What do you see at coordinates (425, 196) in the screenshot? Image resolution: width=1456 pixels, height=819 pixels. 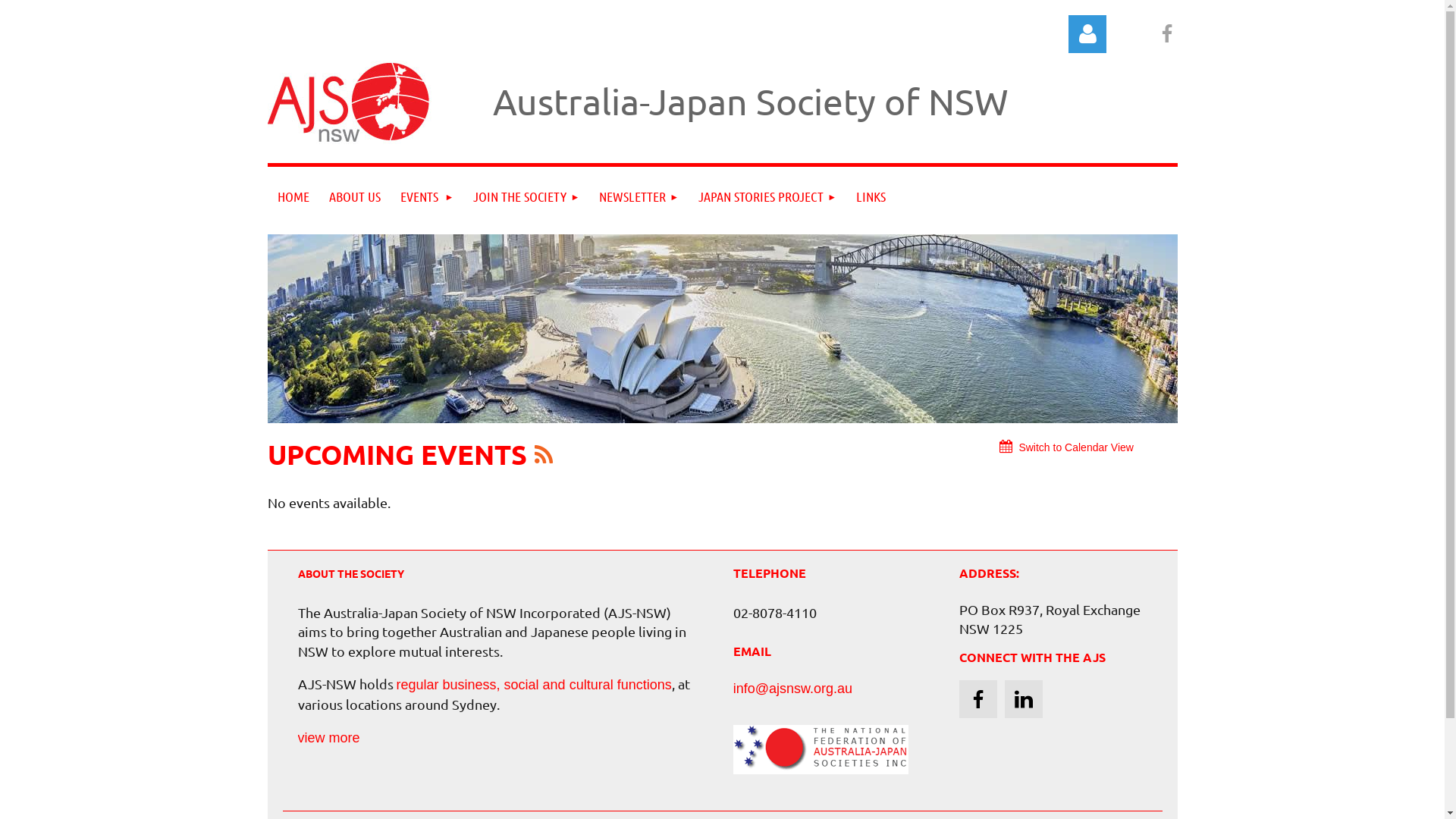 I see `'EVENTS'` at bounding box center [425, 196].